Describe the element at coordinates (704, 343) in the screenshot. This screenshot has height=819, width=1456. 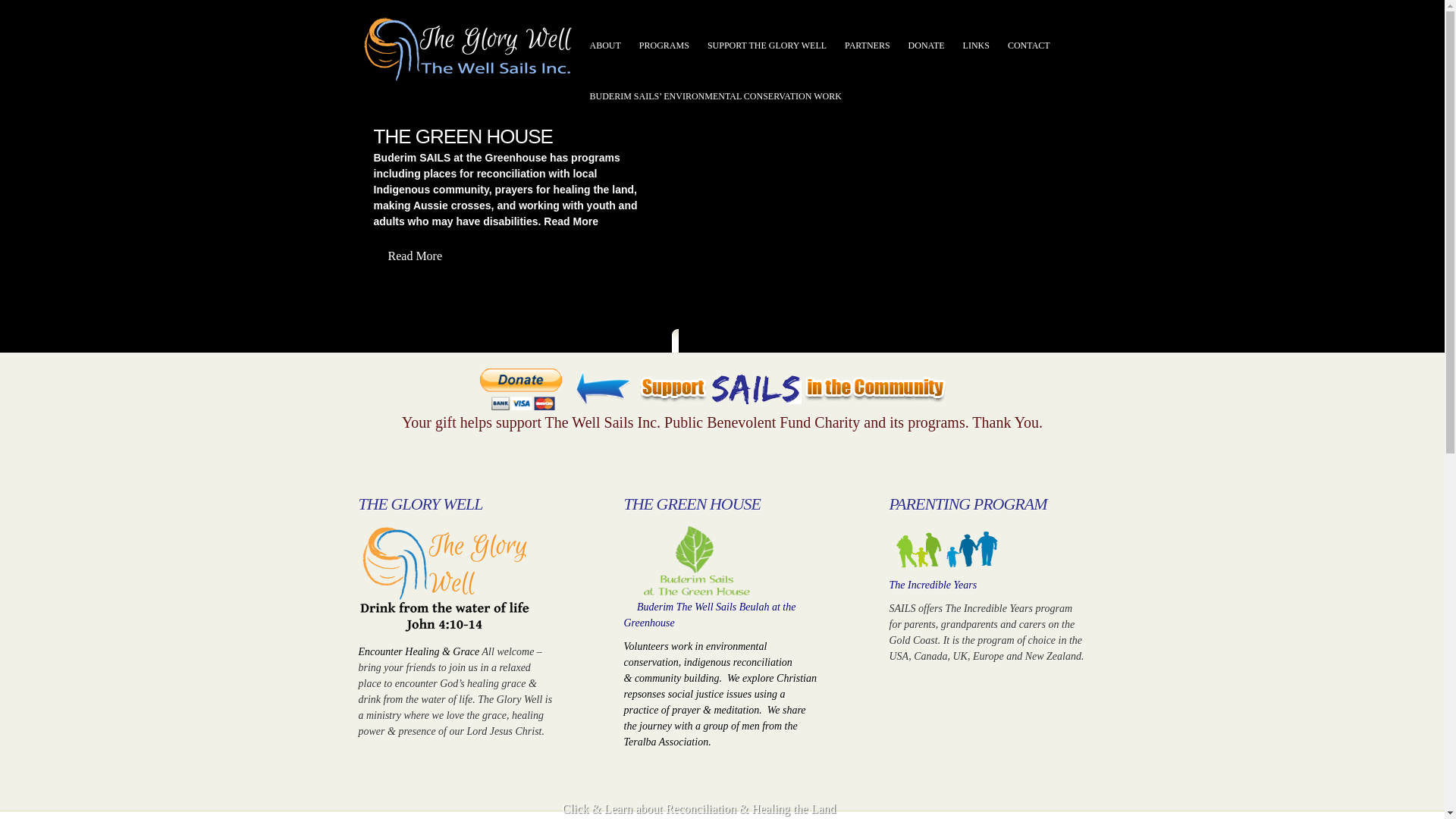
I see `'2'` at that location.